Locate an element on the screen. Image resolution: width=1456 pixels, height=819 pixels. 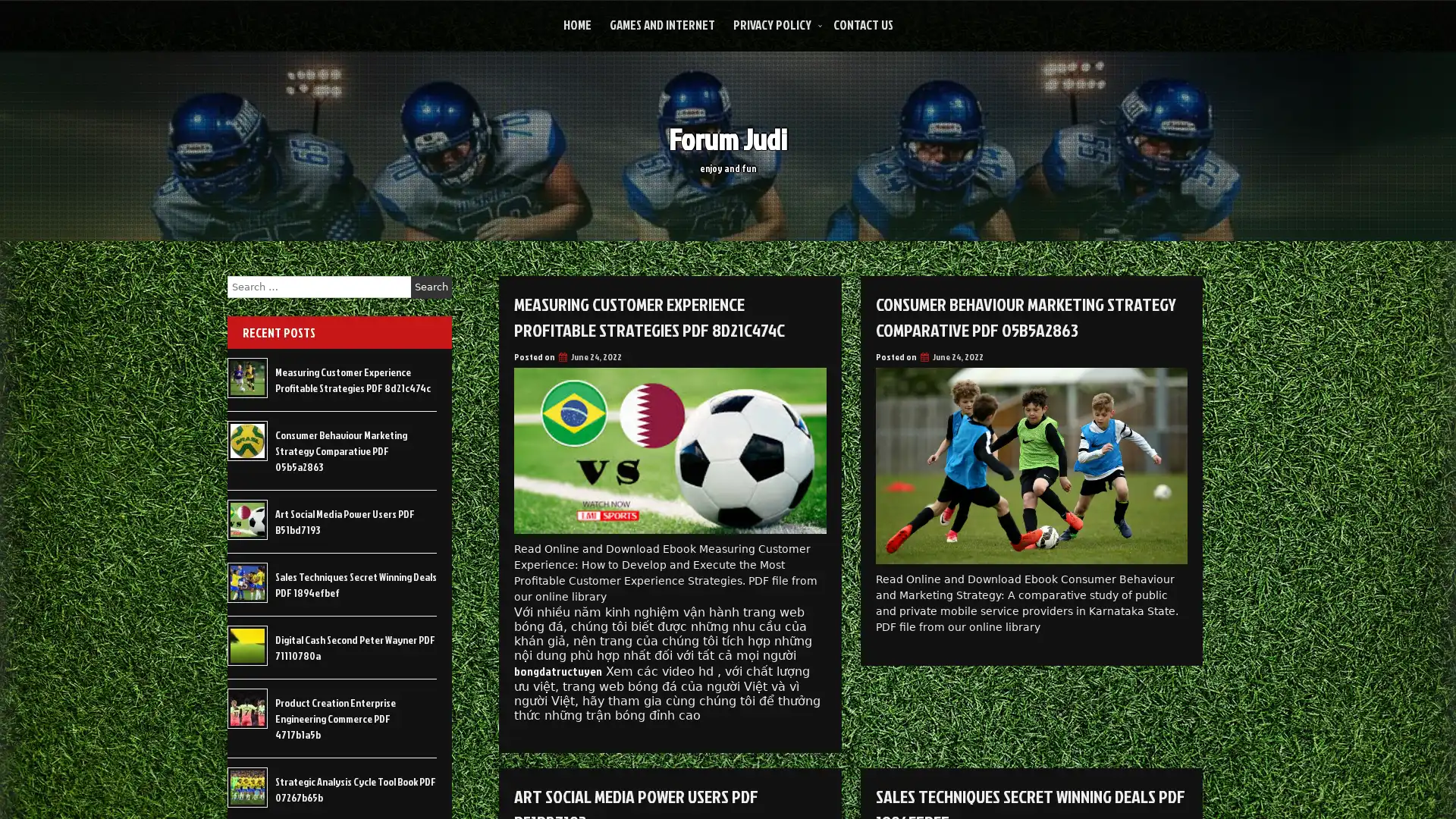
Search is located at coordinates (431, 287).